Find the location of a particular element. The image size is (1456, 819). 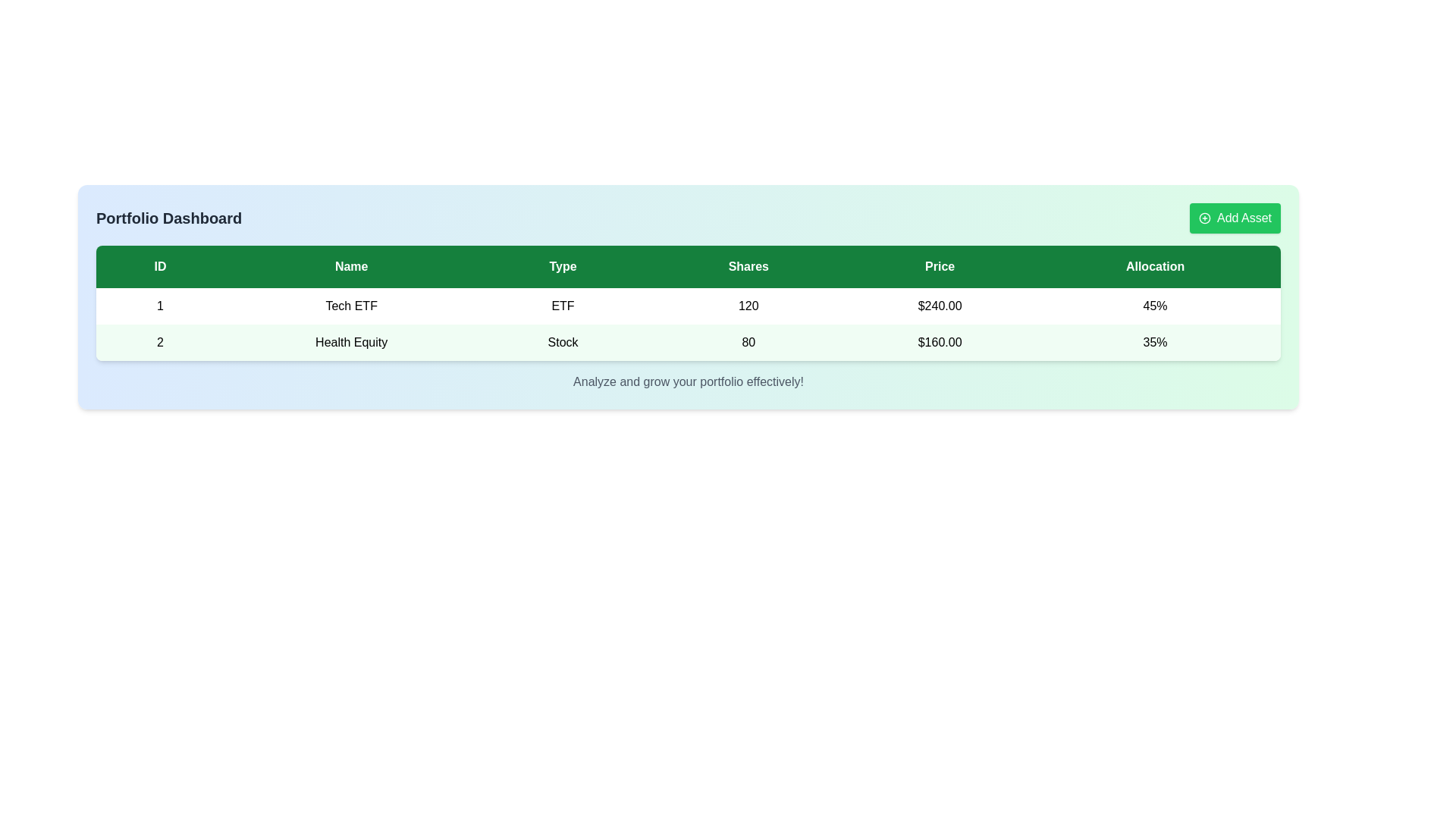

the 'Allocation' Table Header element, which has a green background and white bold text, to sort the column is located at coordinates (1154, 265).